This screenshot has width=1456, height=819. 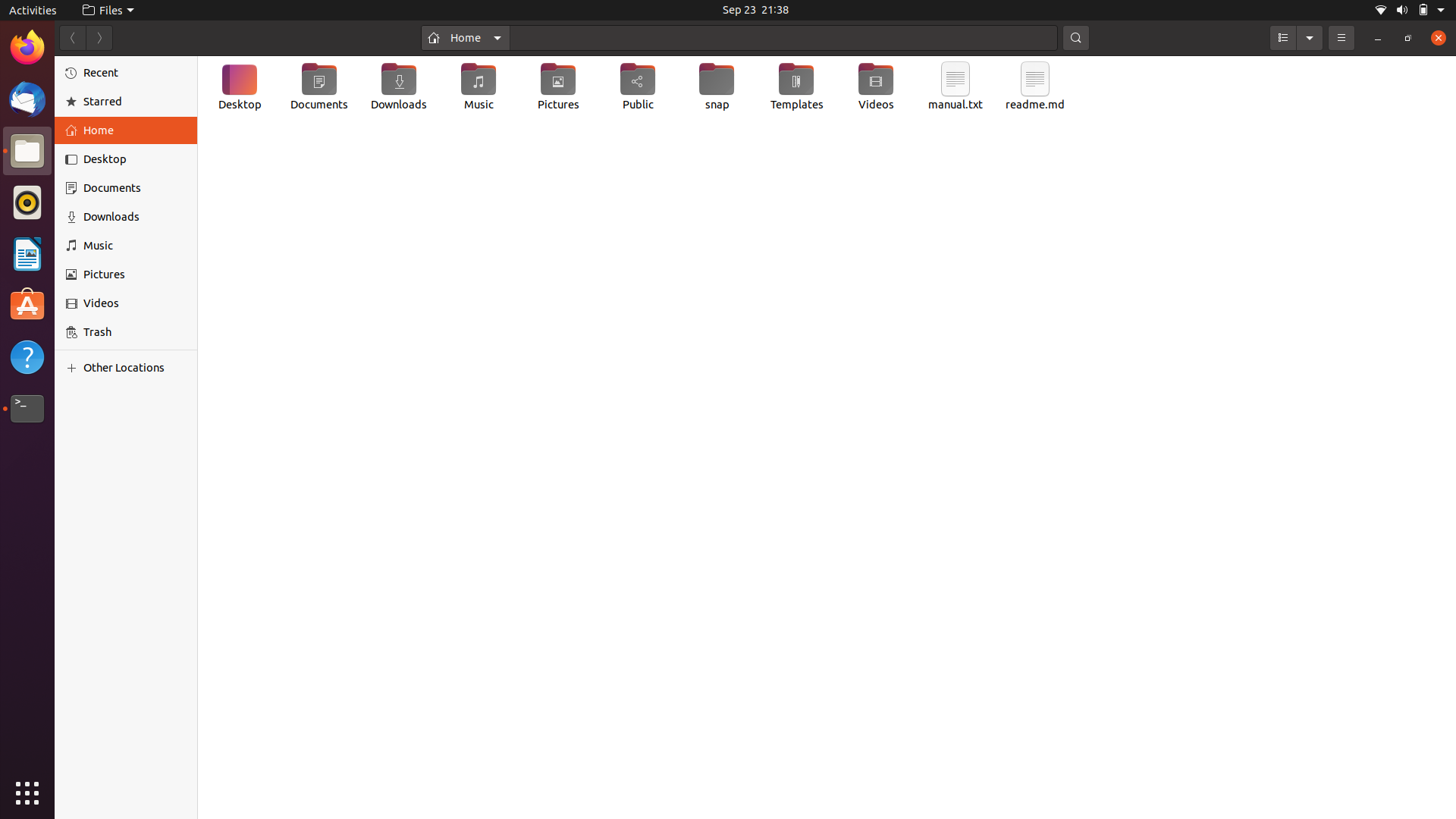 I want to click on Expand the current window to its maximum size, so click(x=1406, y=37).